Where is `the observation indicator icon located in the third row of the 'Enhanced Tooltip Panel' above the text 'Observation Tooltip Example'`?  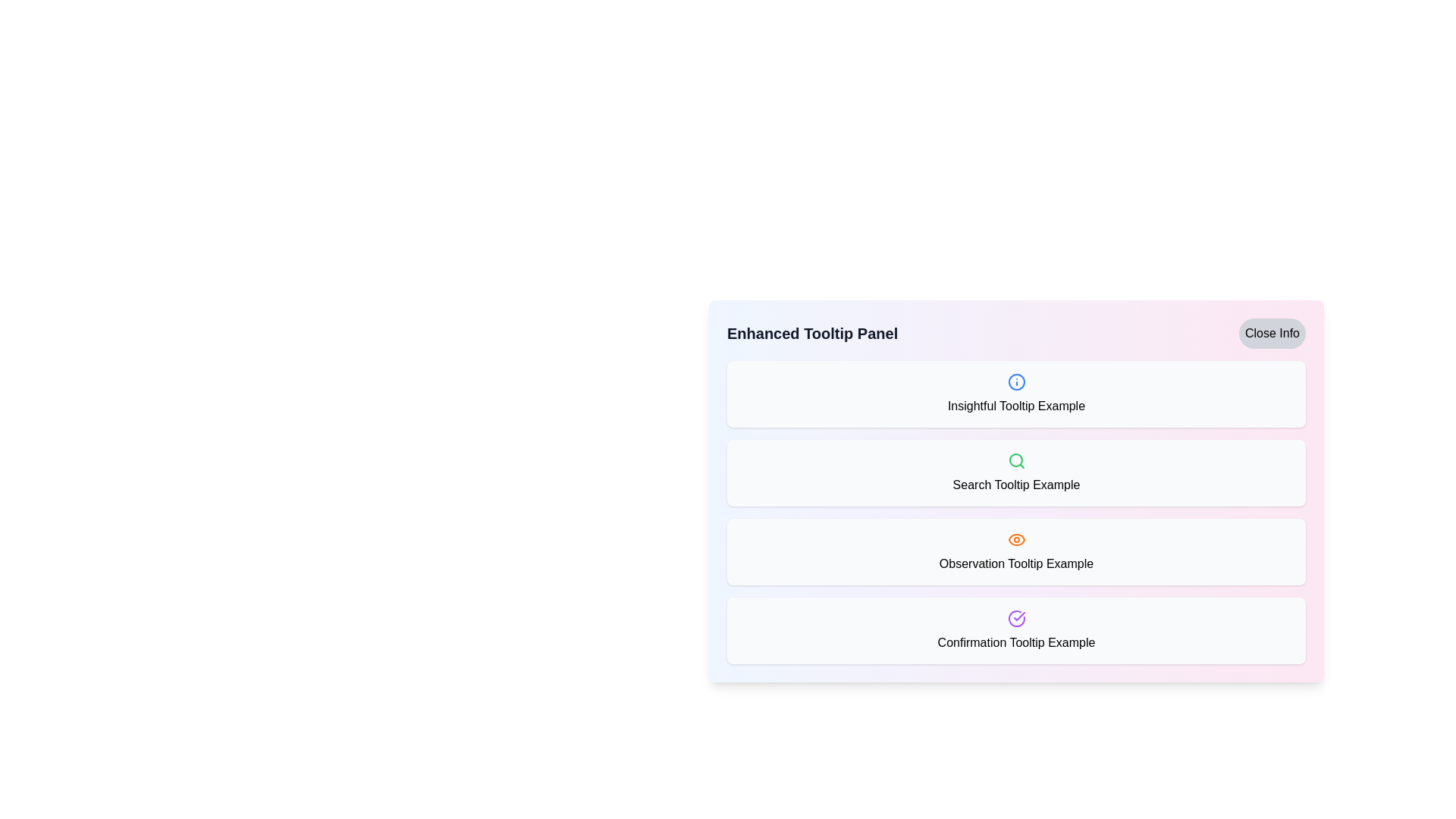 the observation indicator icon located in the third row of the 'Enhanced Tooltip Panel' above the text 'Observation Tooltip Example' is located at coordinates (1016, 539).